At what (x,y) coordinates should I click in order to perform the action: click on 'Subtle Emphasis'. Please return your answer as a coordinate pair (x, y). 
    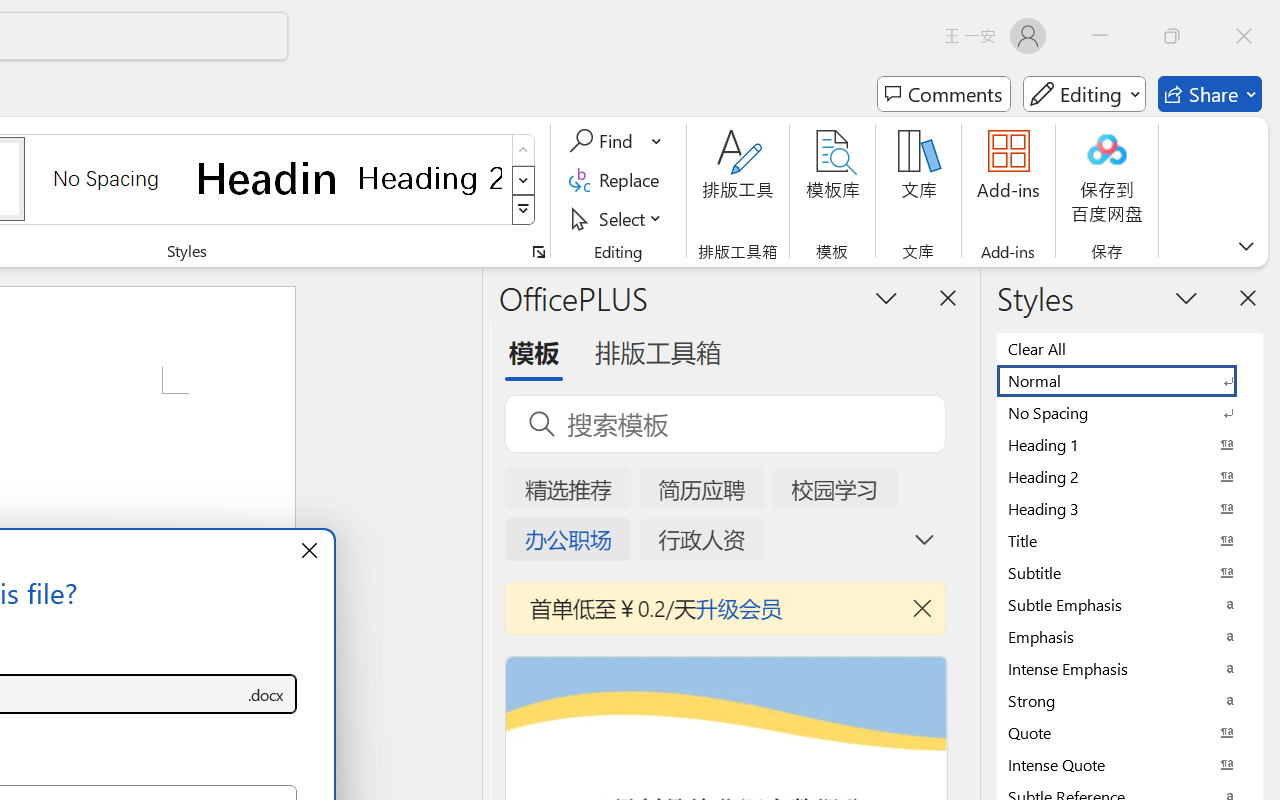
    Looking at the image, I should click on (1130, 604).